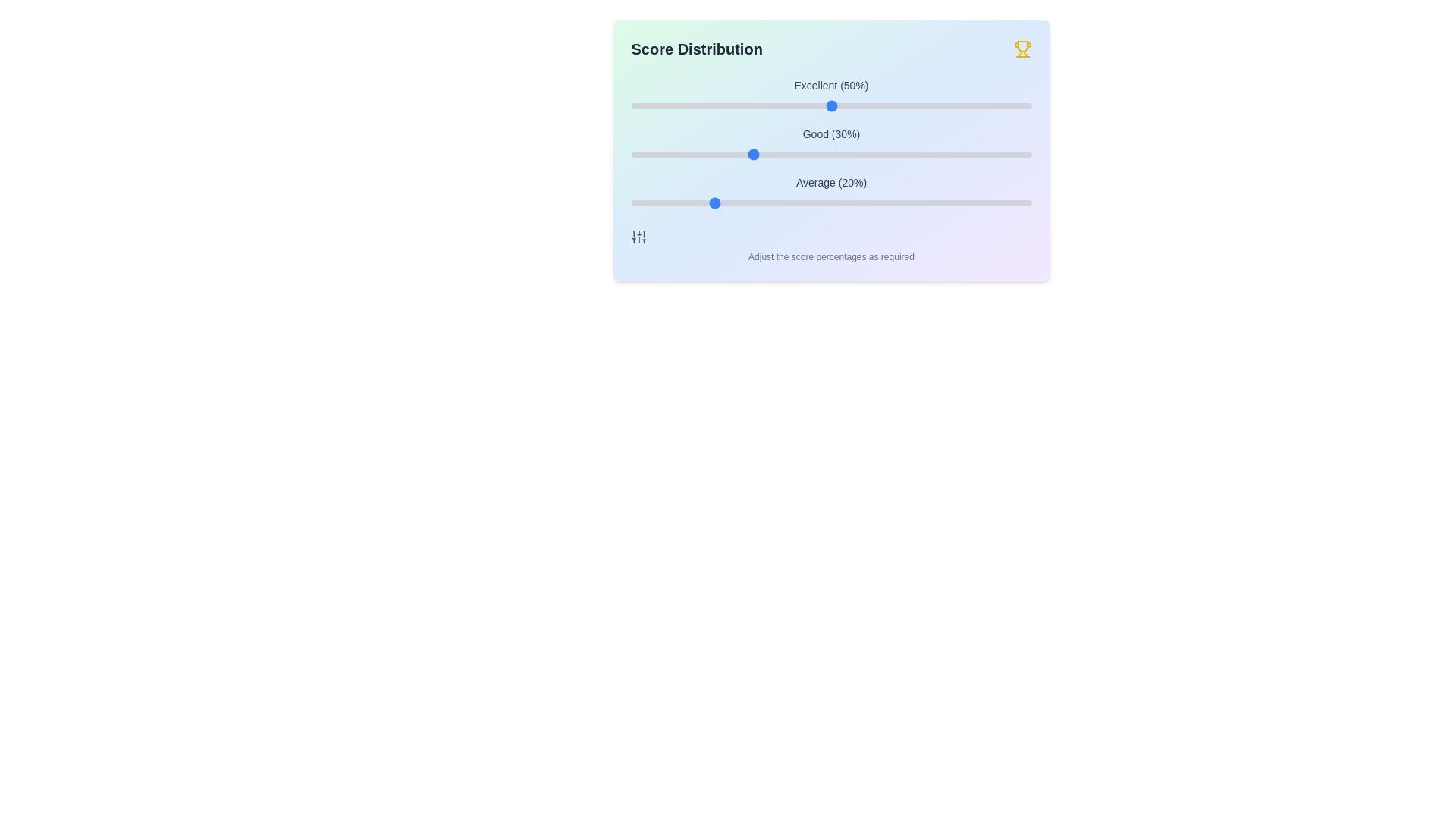 The height and width of the screenshot is (819, 1456). Describe the element at coordinates (698, 105) in the screenshot. I see `the 'Excellent' slider to 17%` at that location.